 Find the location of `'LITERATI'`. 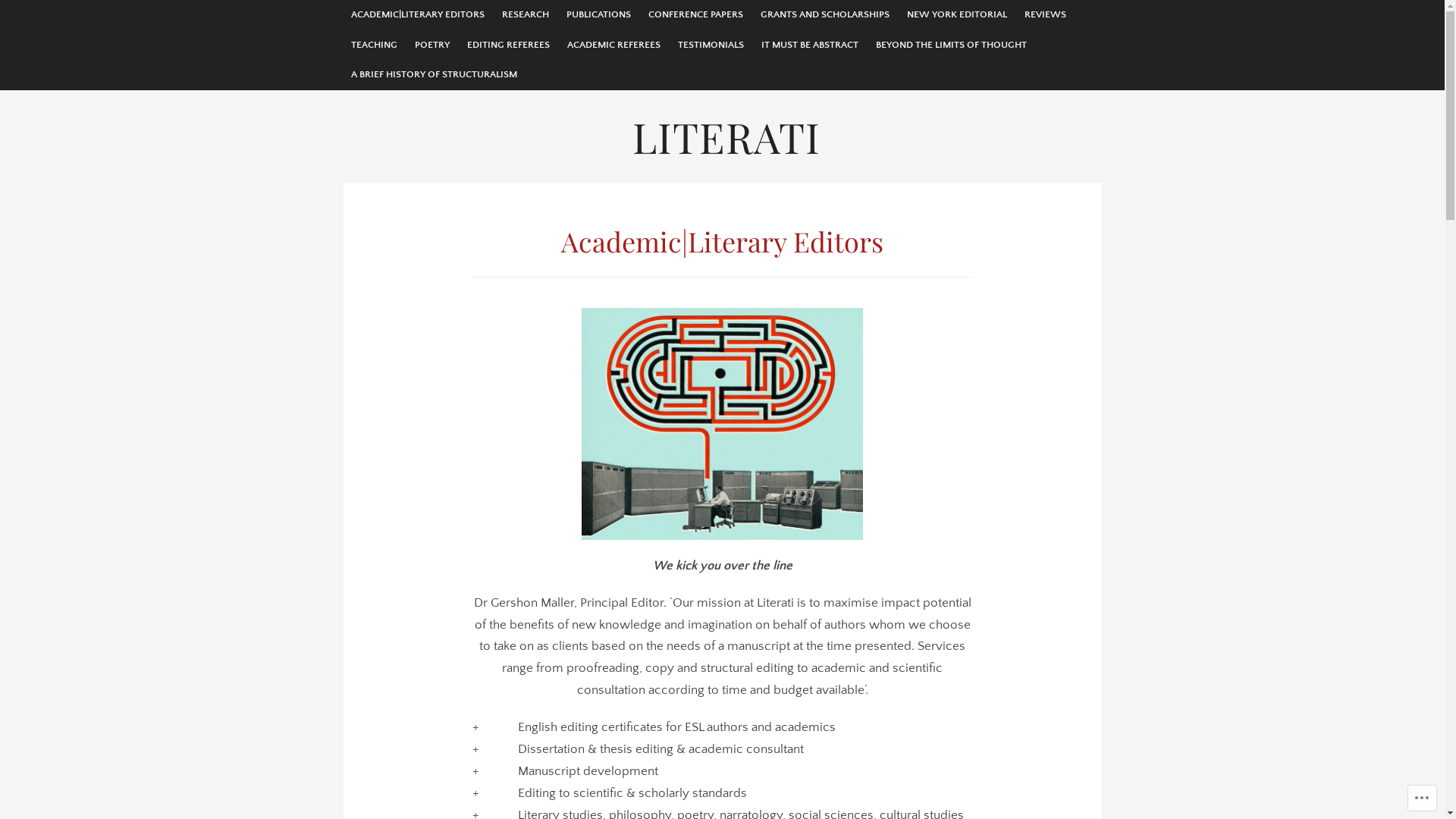

'LITERATI' is located at coordinates (726, 134).